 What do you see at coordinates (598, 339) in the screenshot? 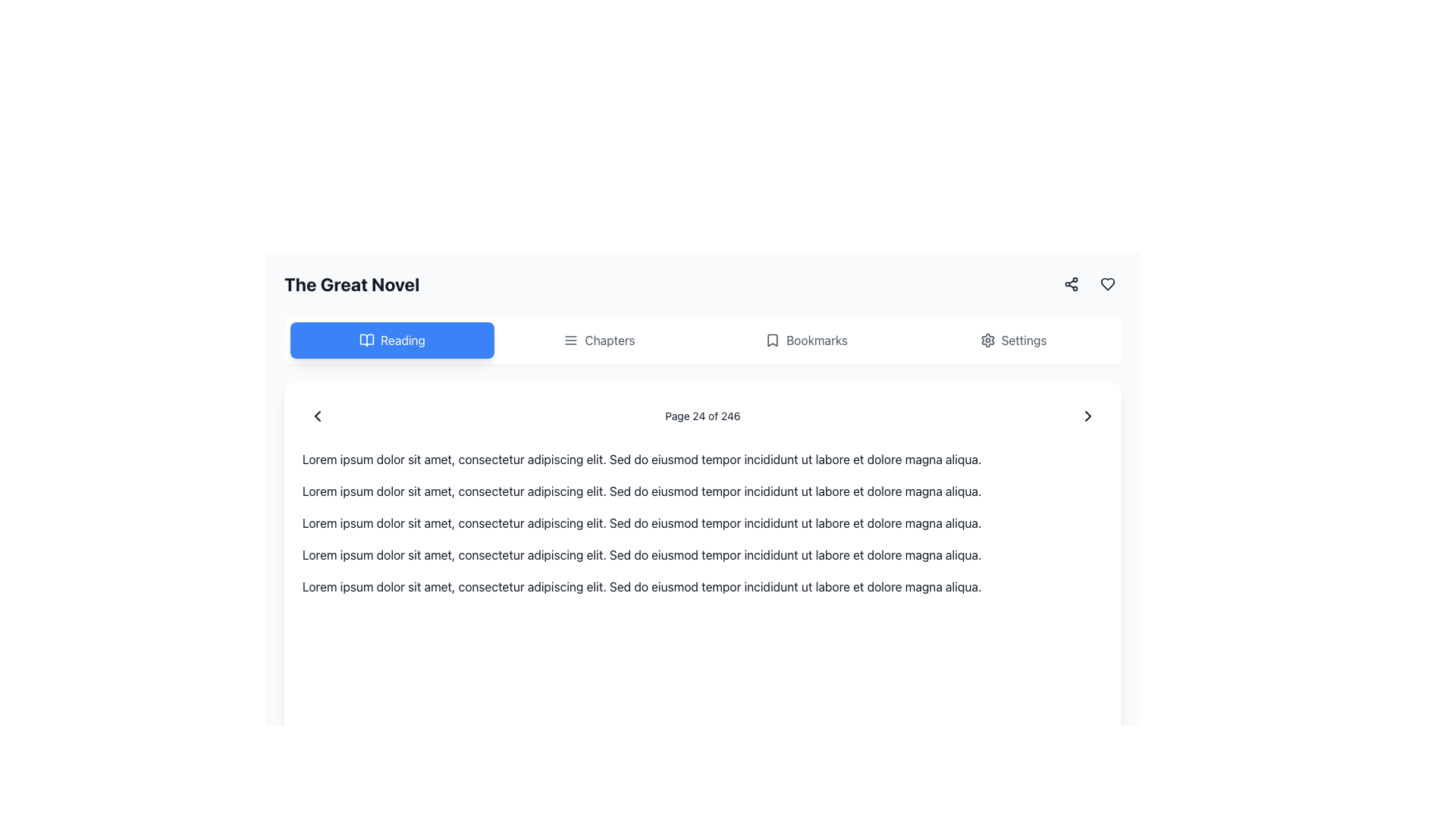
I see `the 'Chapters' button, which is the second button in a group of four buttons in the navigation bar` at bounding box center [598, 339].